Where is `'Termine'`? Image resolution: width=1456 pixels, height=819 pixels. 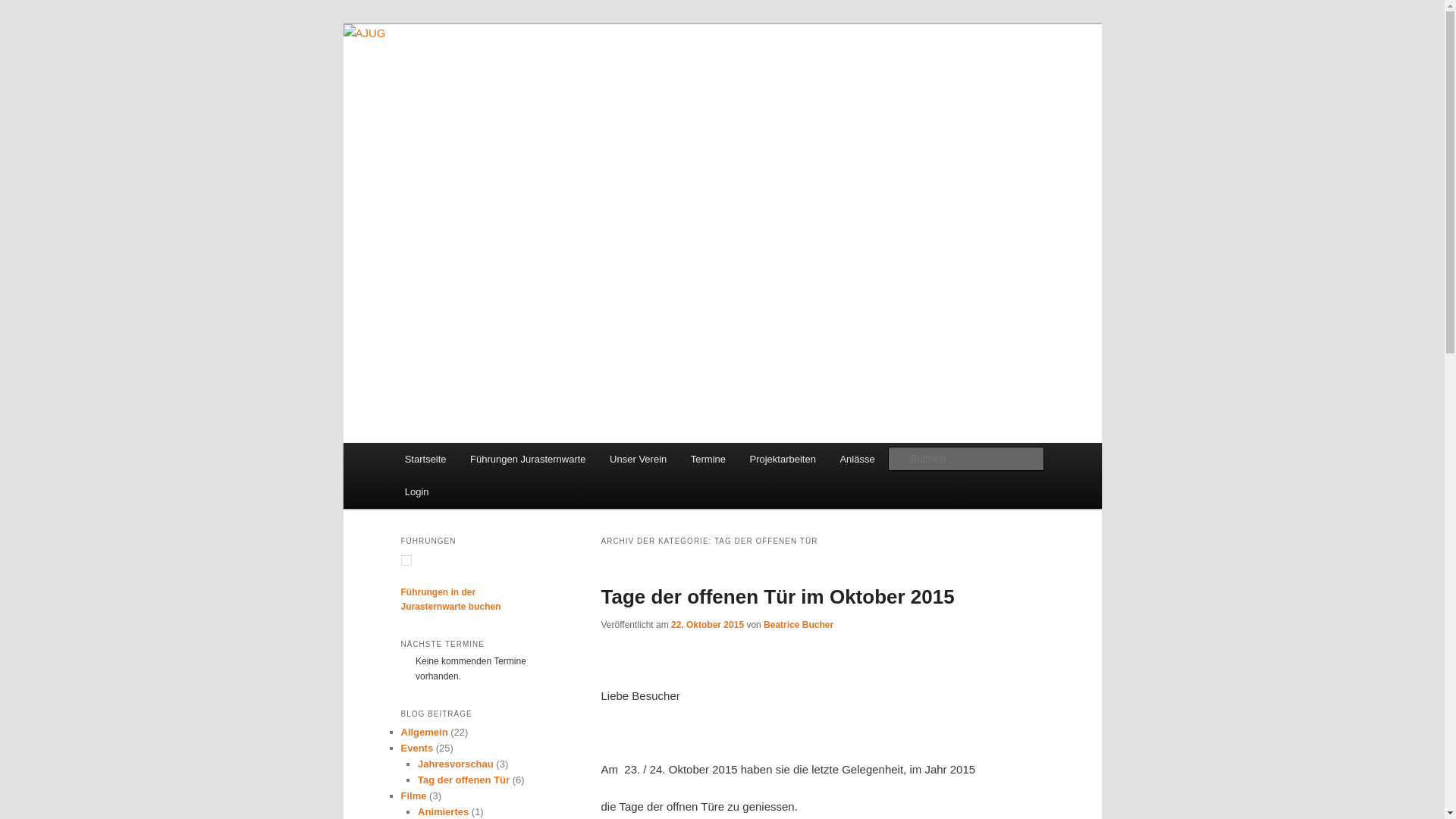
'Termine' is located at coordinates (708, 458).